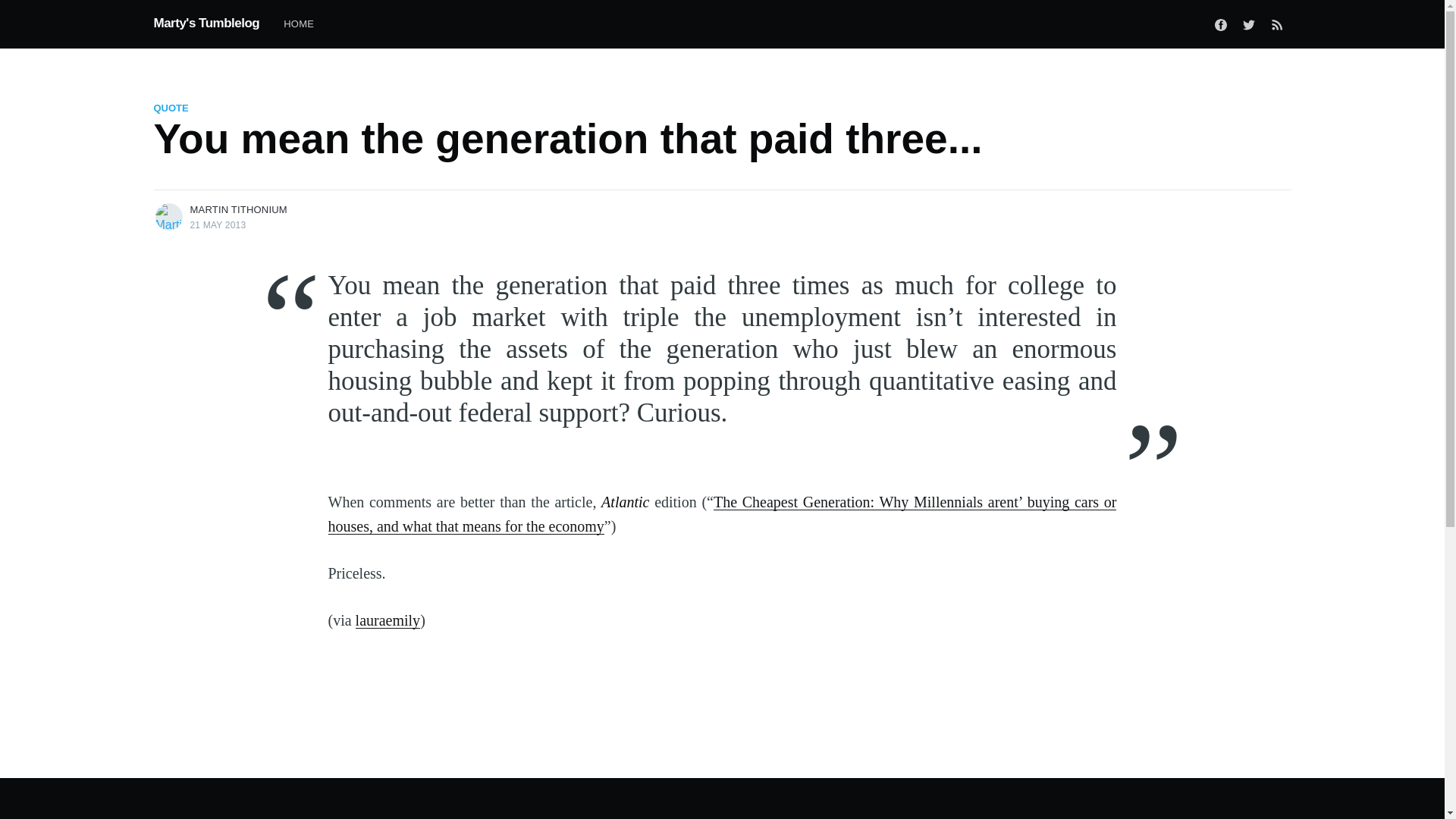 This screenshot has height=819, width=1456. I want to click on 'Twitter', so click(1248, 24).